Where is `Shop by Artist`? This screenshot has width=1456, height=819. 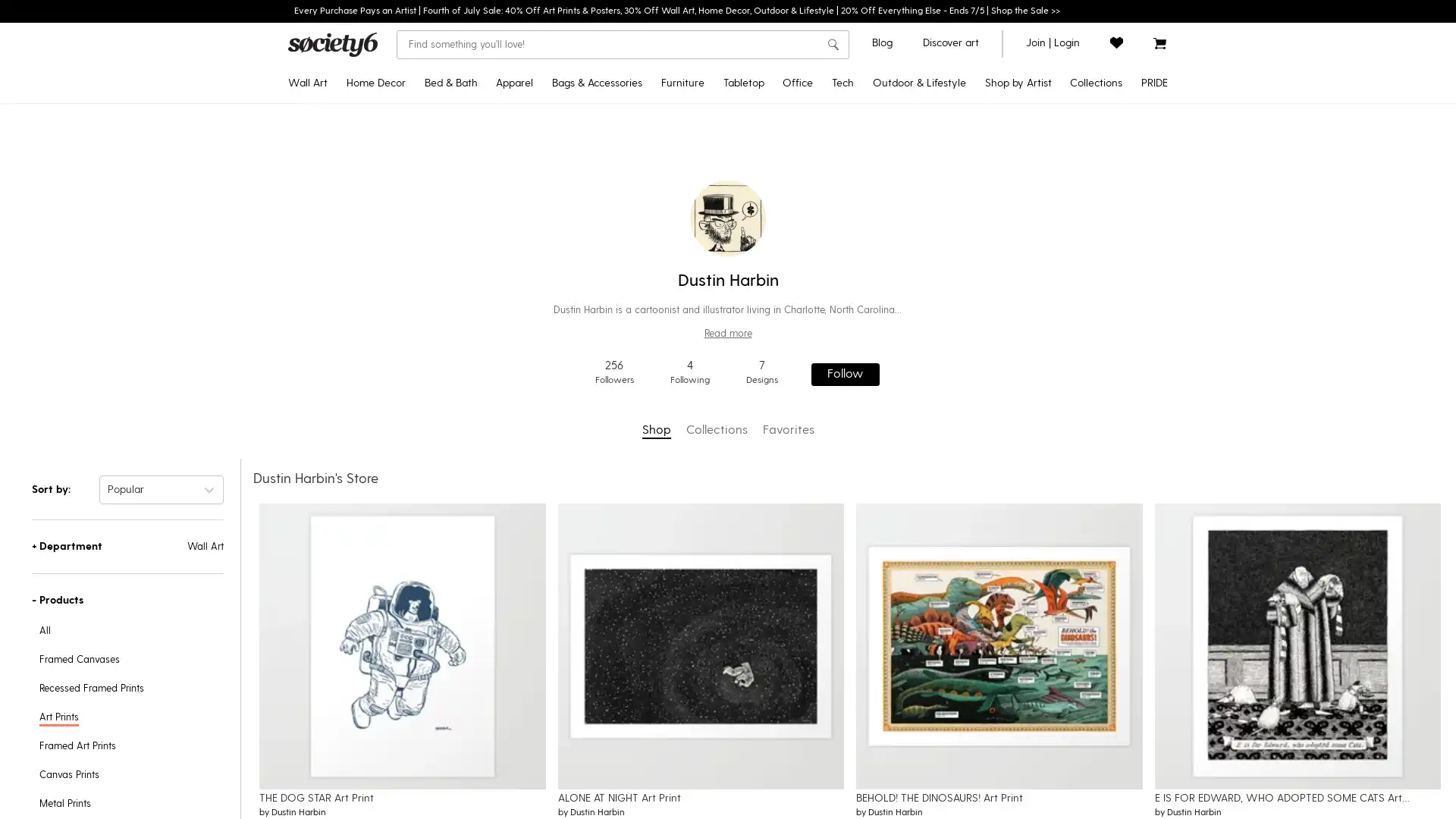
Shop by Artist is located at coordinates (1018, 83).